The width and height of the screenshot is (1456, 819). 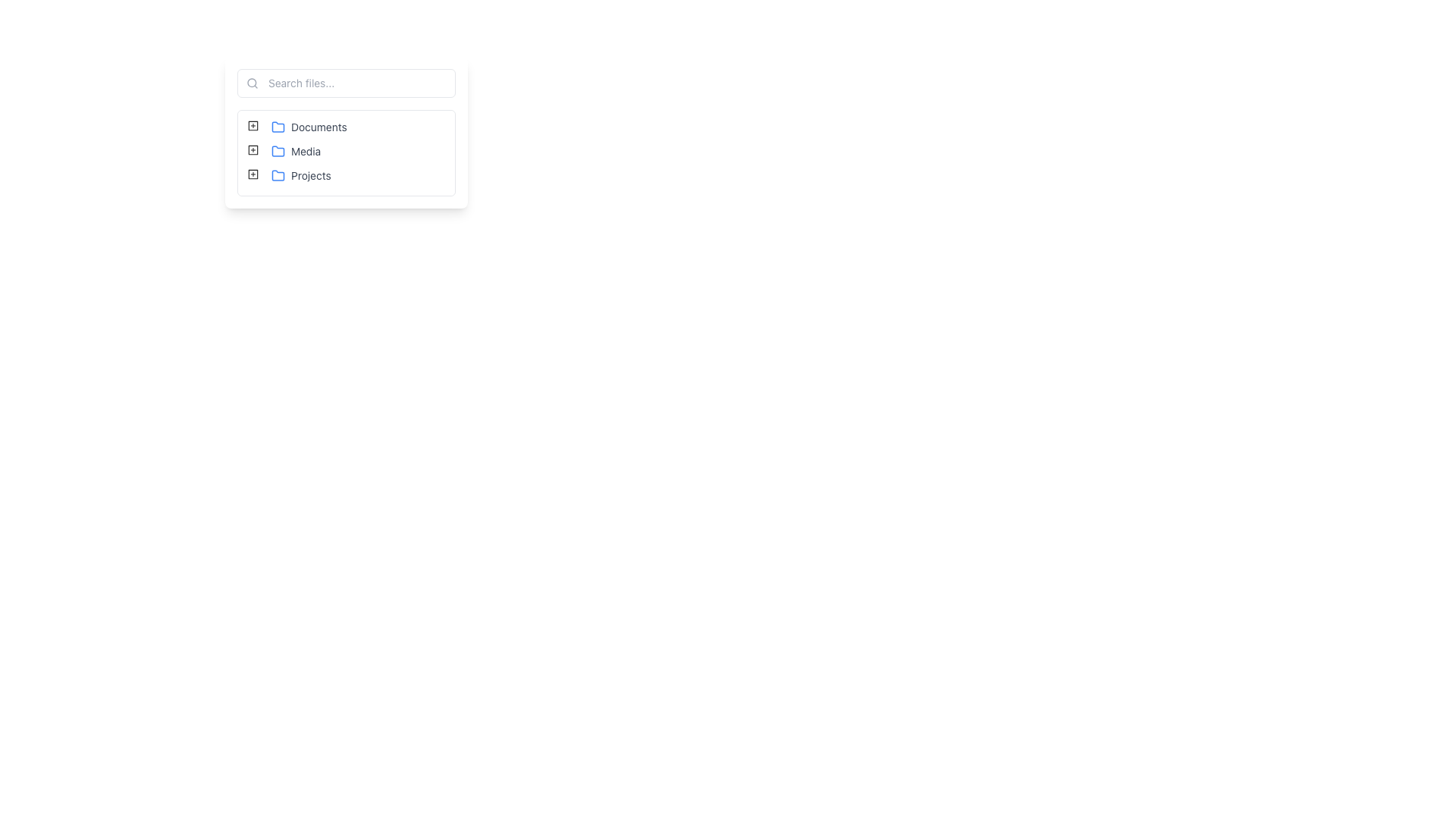 What do you see at coordinates (298, 127) in the screenshot?
I see `the 'Documents' folder item, represented by a blue folder icon and label` at bounding box center [298, 127].